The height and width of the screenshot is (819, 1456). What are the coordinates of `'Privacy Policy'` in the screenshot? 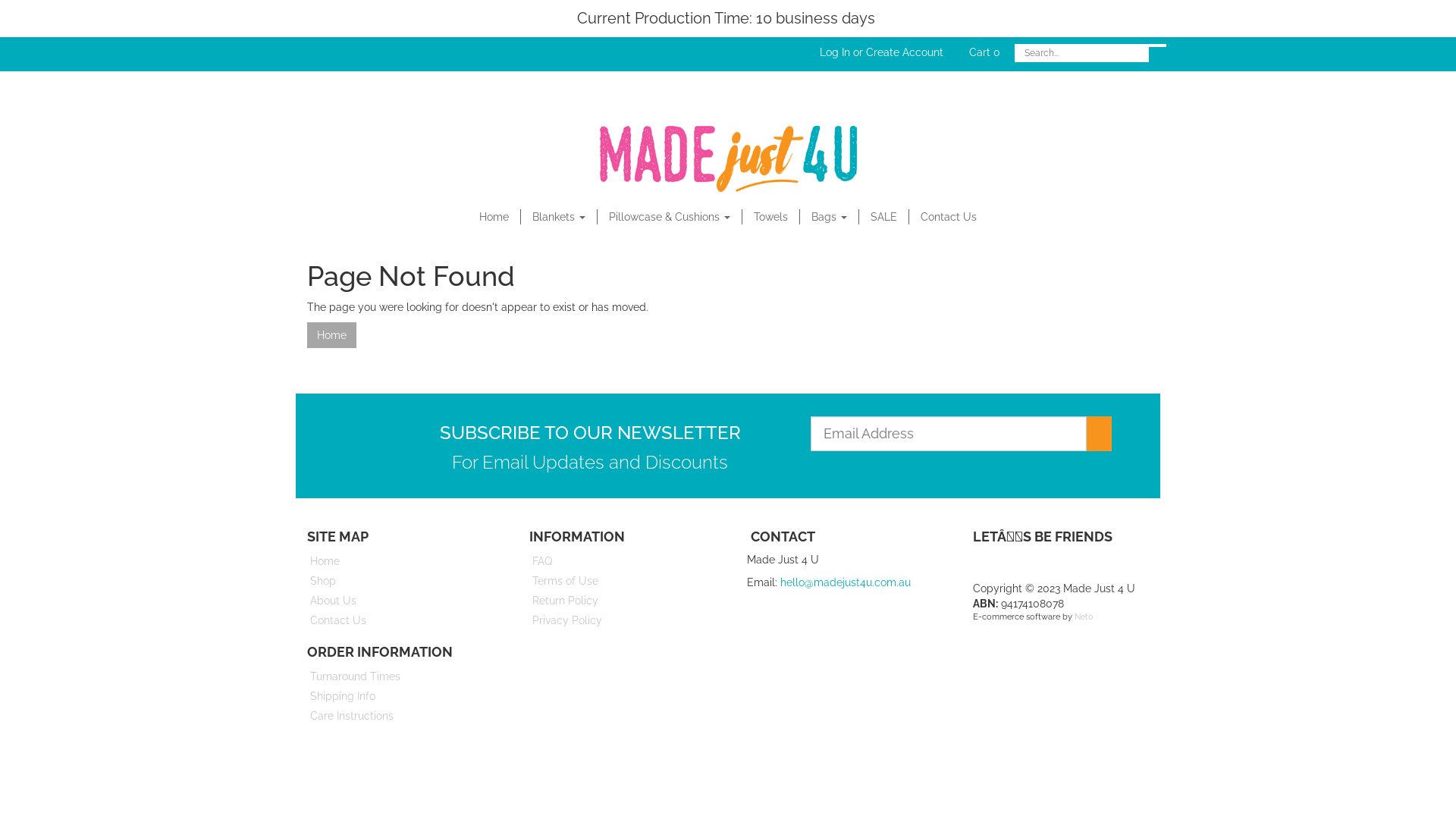 It's located at (622, 620).